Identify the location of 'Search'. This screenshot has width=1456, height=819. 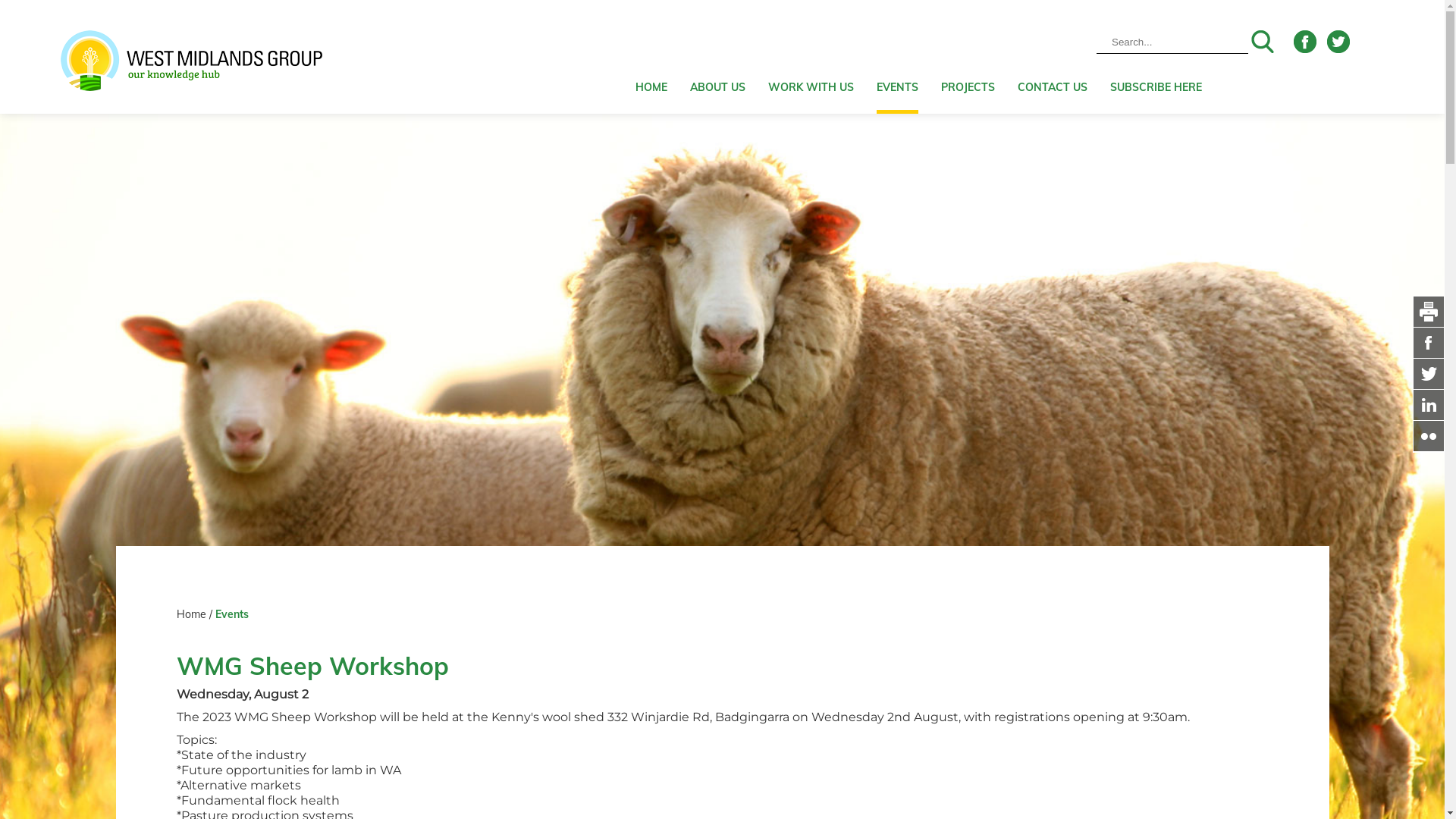
(1263, 40).